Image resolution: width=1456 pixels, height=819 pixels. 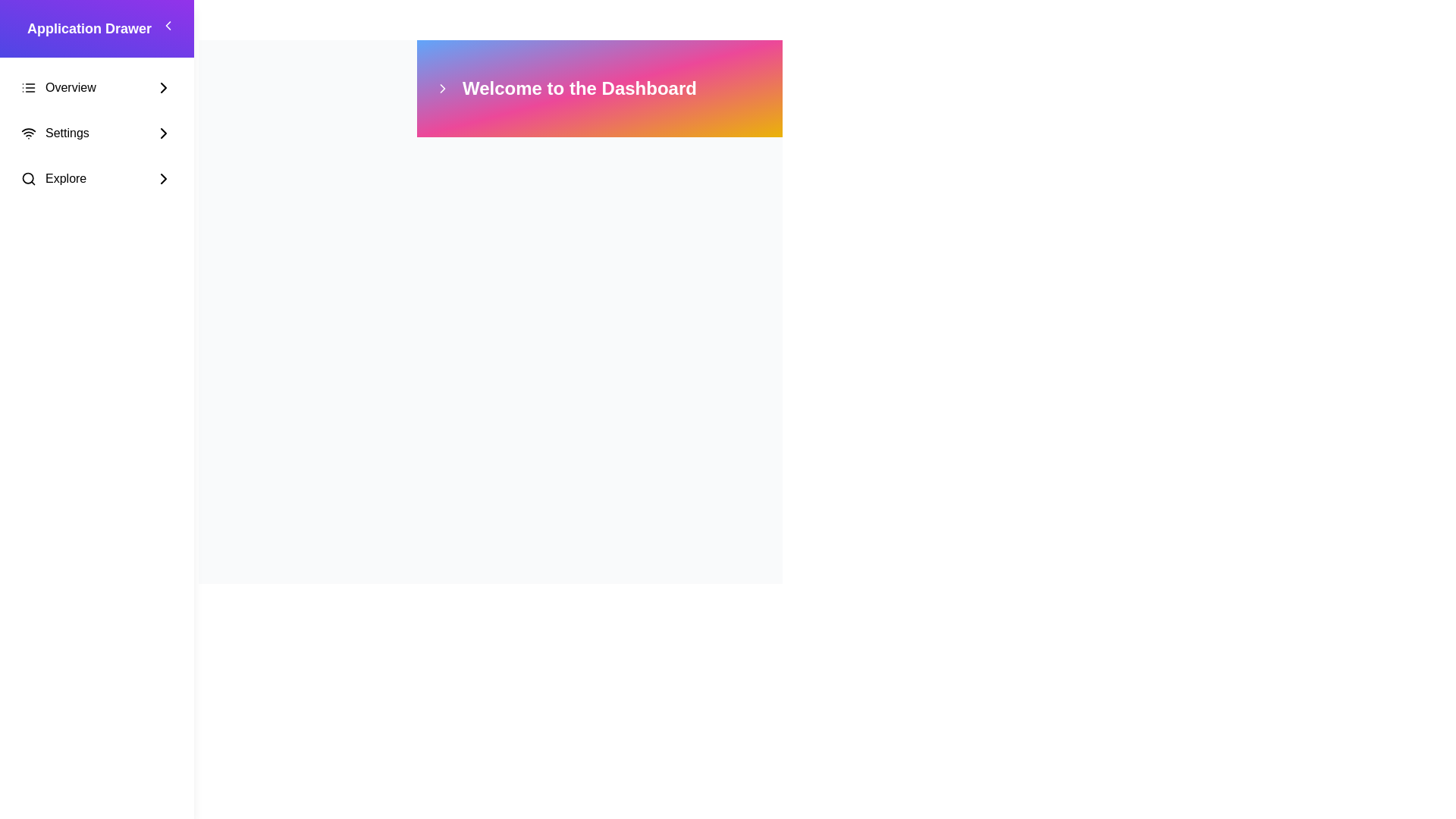 What do you see at coordinates (65, 177) in the screenshot?
I see `text label 'Explore' which identifies the 'Explore' section in the navigational sidebar, located between a search icon and a right-pointing arrow icon` at bounding box center [65, 177].